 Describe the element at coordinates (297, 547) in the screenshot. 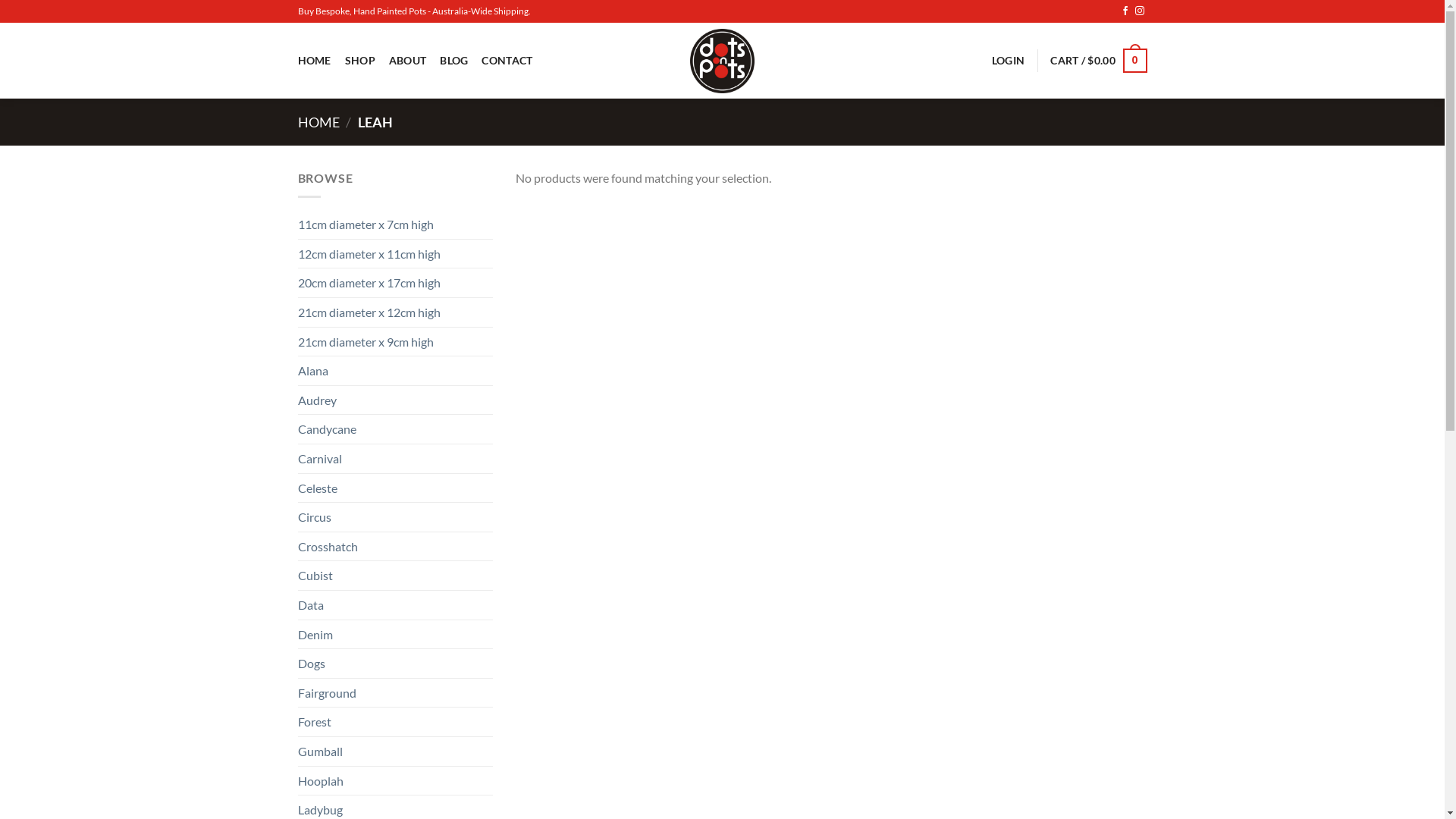

I see `'Crosshatch'` at that location.